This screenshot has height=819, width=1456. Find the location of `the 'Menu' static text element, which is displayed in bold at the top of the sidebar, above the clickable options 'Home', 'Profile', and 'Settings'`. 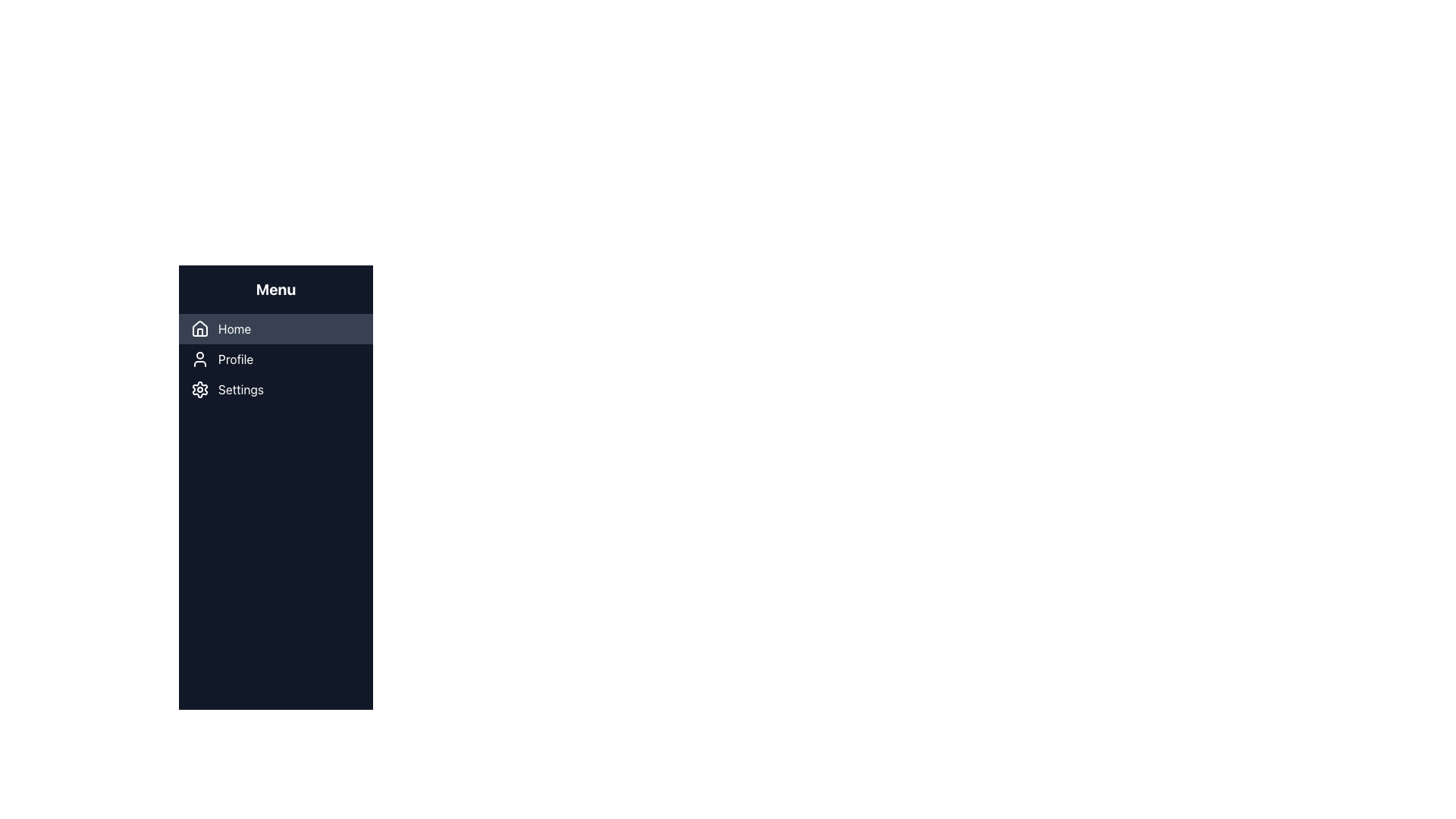

the 'Menu' static text element, which is displayed in bold at the top of the sidebar, above the clickable options 'Home', 'Profile', and 'Settings' is located at coordinates (276, 289).